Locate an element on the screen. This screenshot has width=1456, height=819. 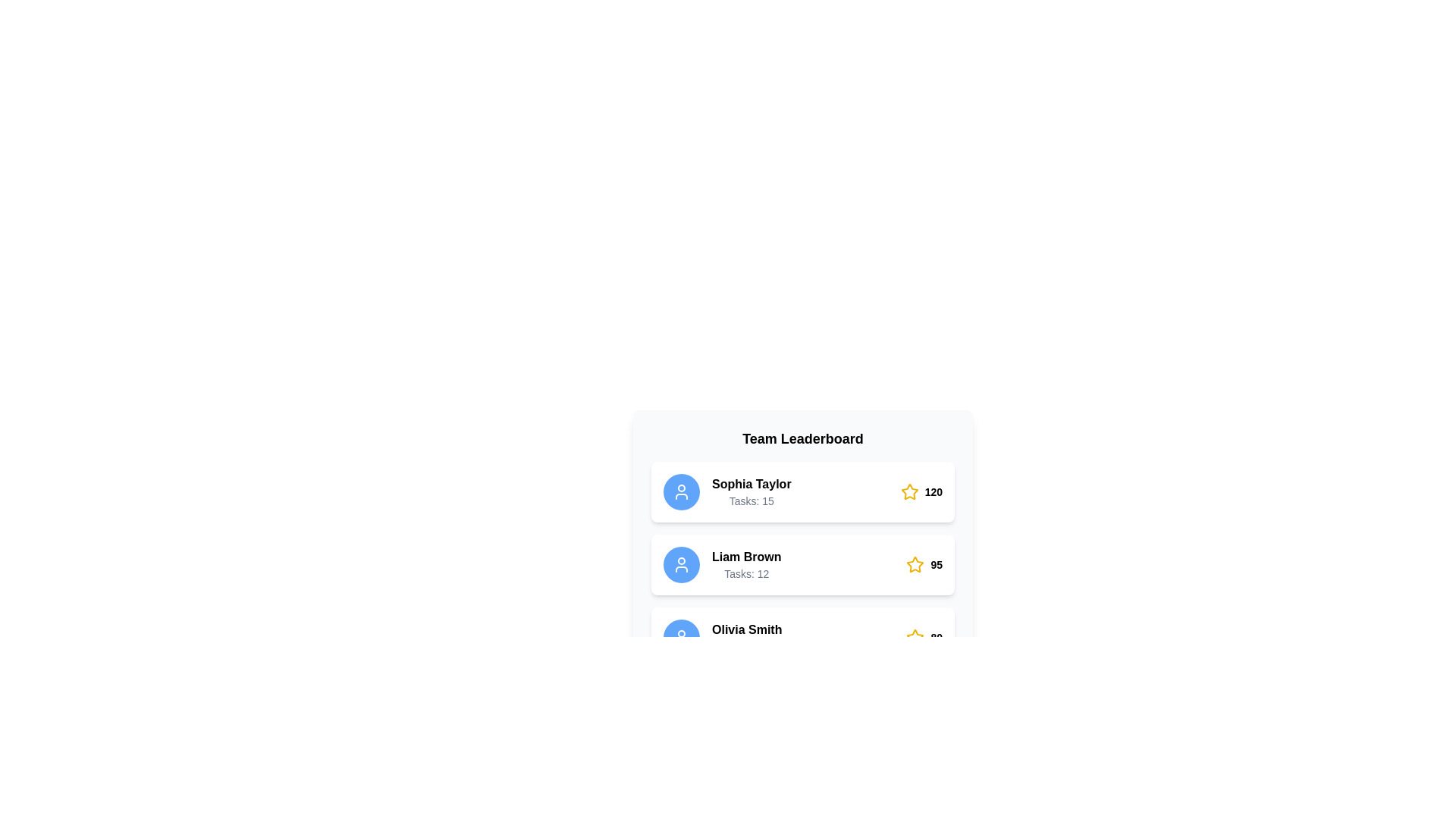
the static text label displaying 'Tasks: 12' located below the 'Liam Brown' name in the leaderboard is located at coordinates (746, 573).